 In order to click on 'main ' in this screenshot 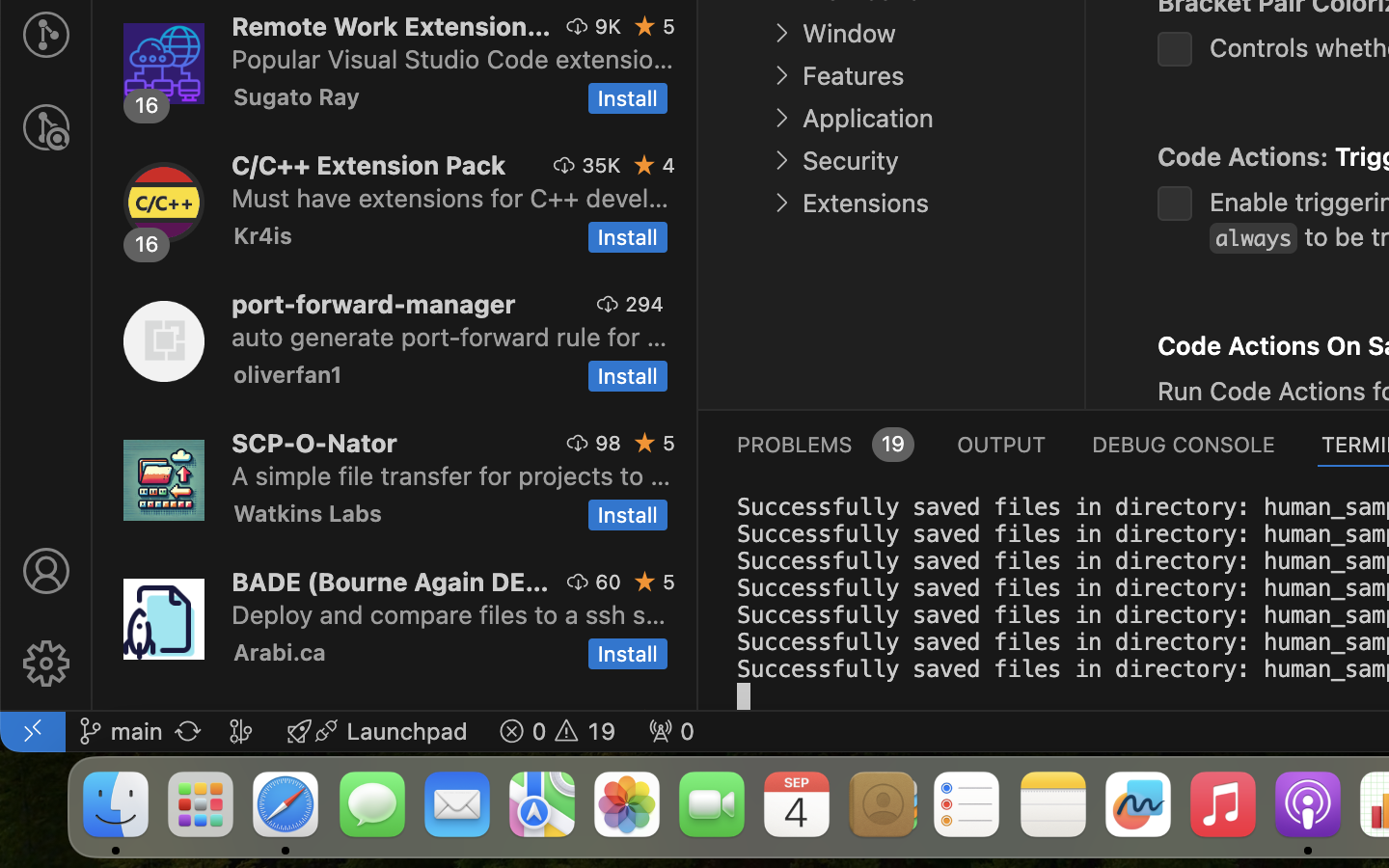, I will do `click(119, 729)`.